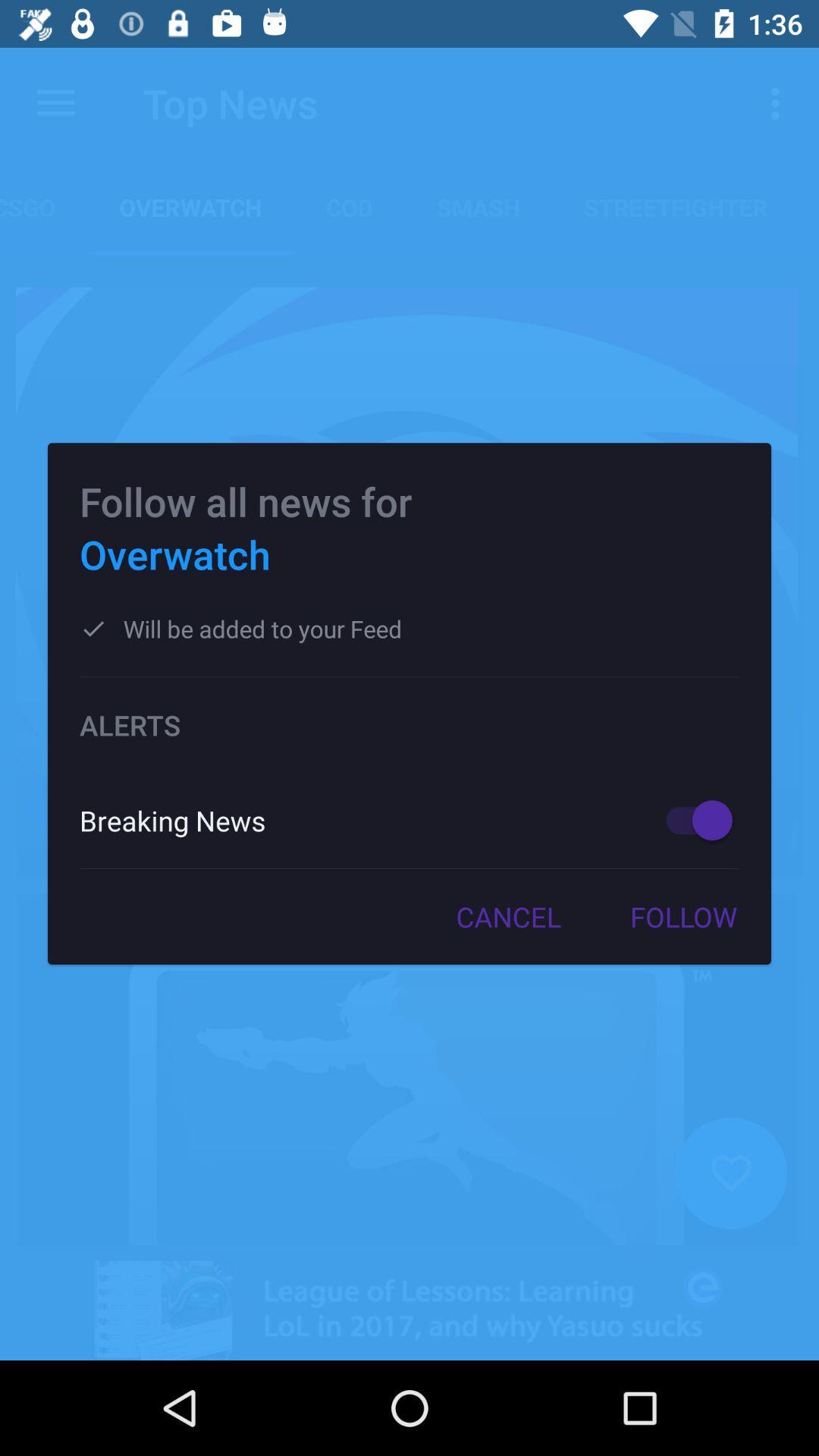  I want to click on item to the right of breaking news icon, so click(692, 819).